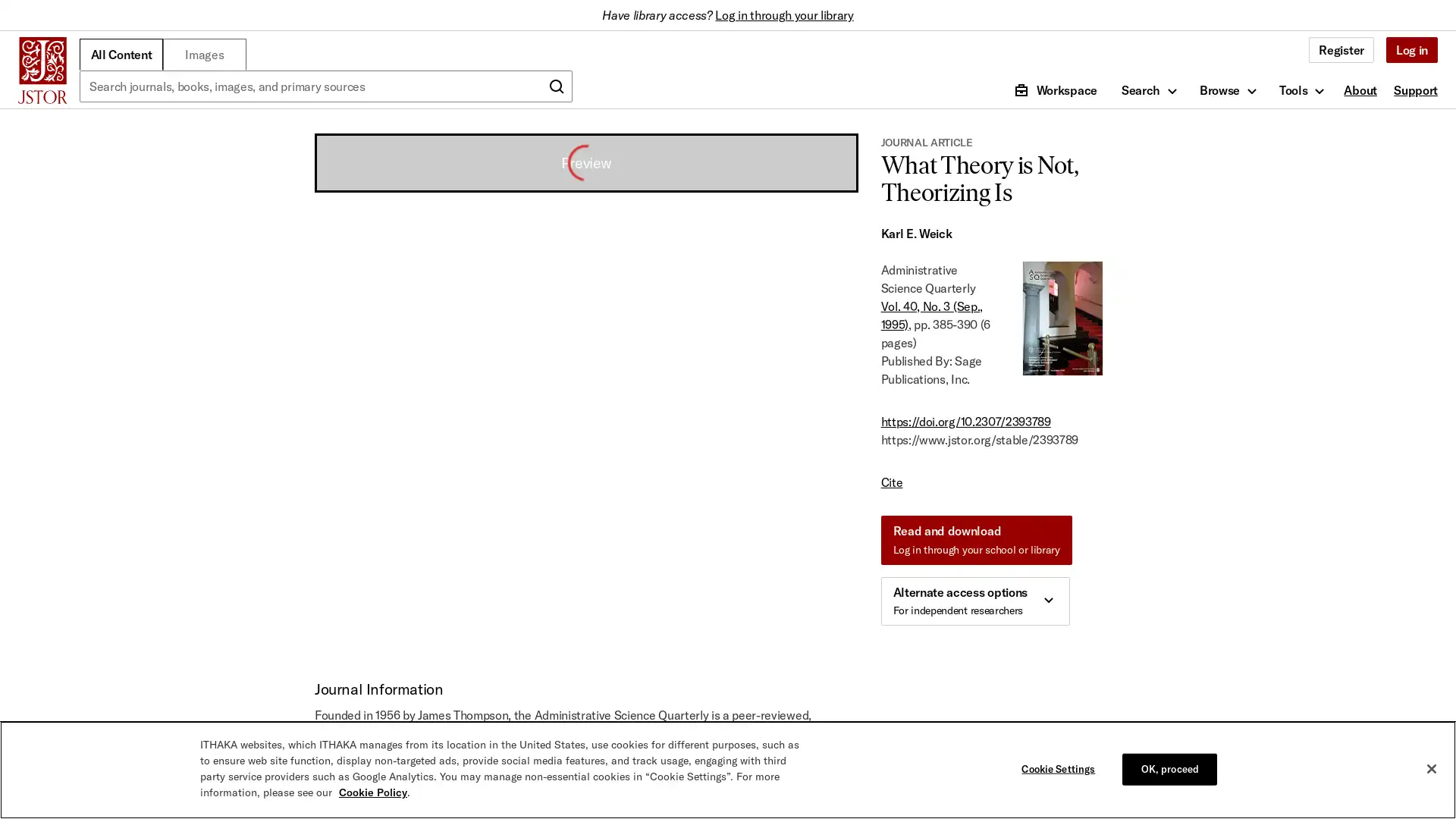 This screenshot has height=819, width=1456. What do you see at coordinates (556, 86) in the screenshot?
I see `Submit search` at bounding box center [556, 86].